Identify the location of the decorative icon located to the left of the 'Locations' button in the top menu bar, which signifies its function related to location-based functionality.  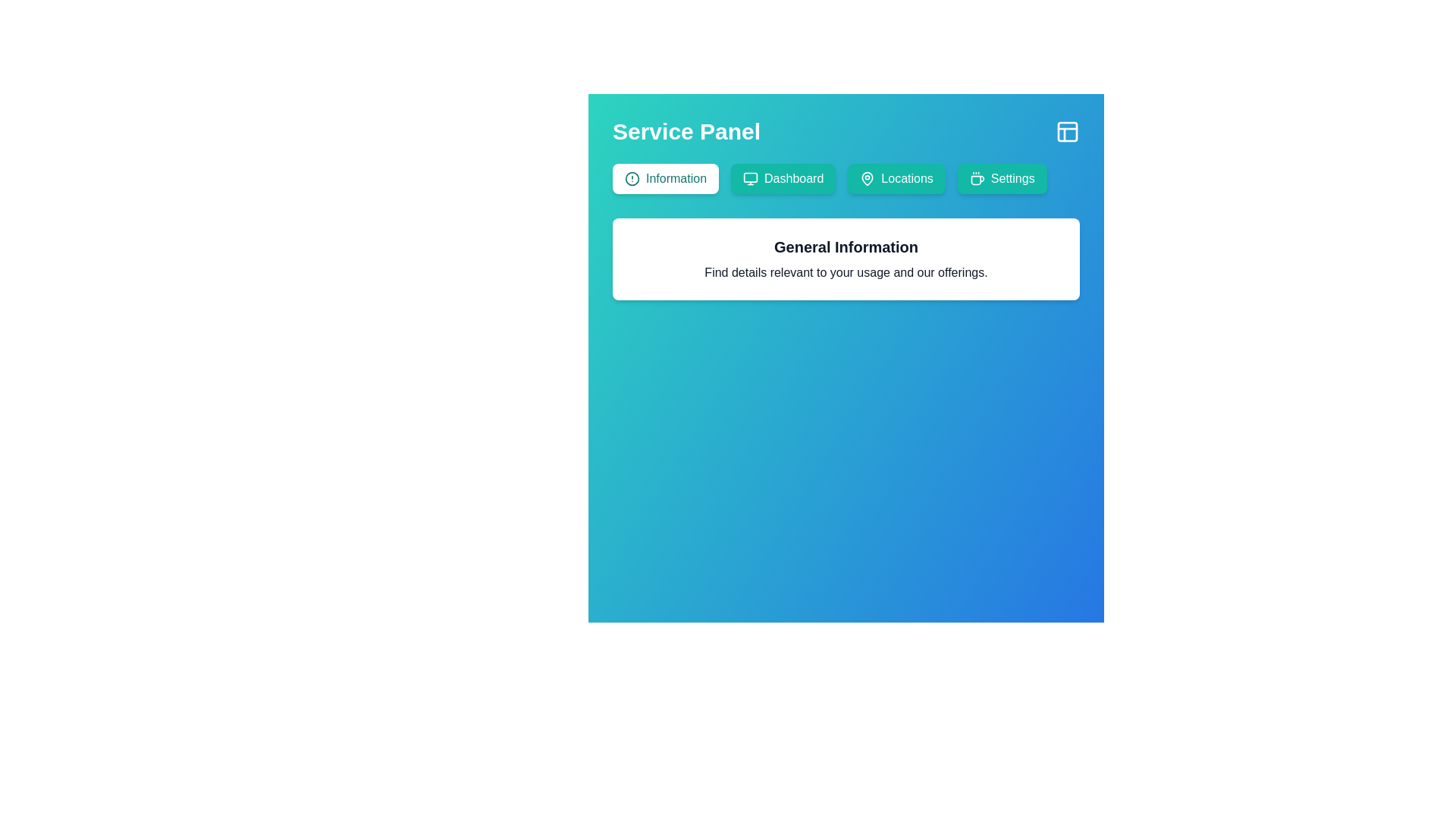
(868, 177).